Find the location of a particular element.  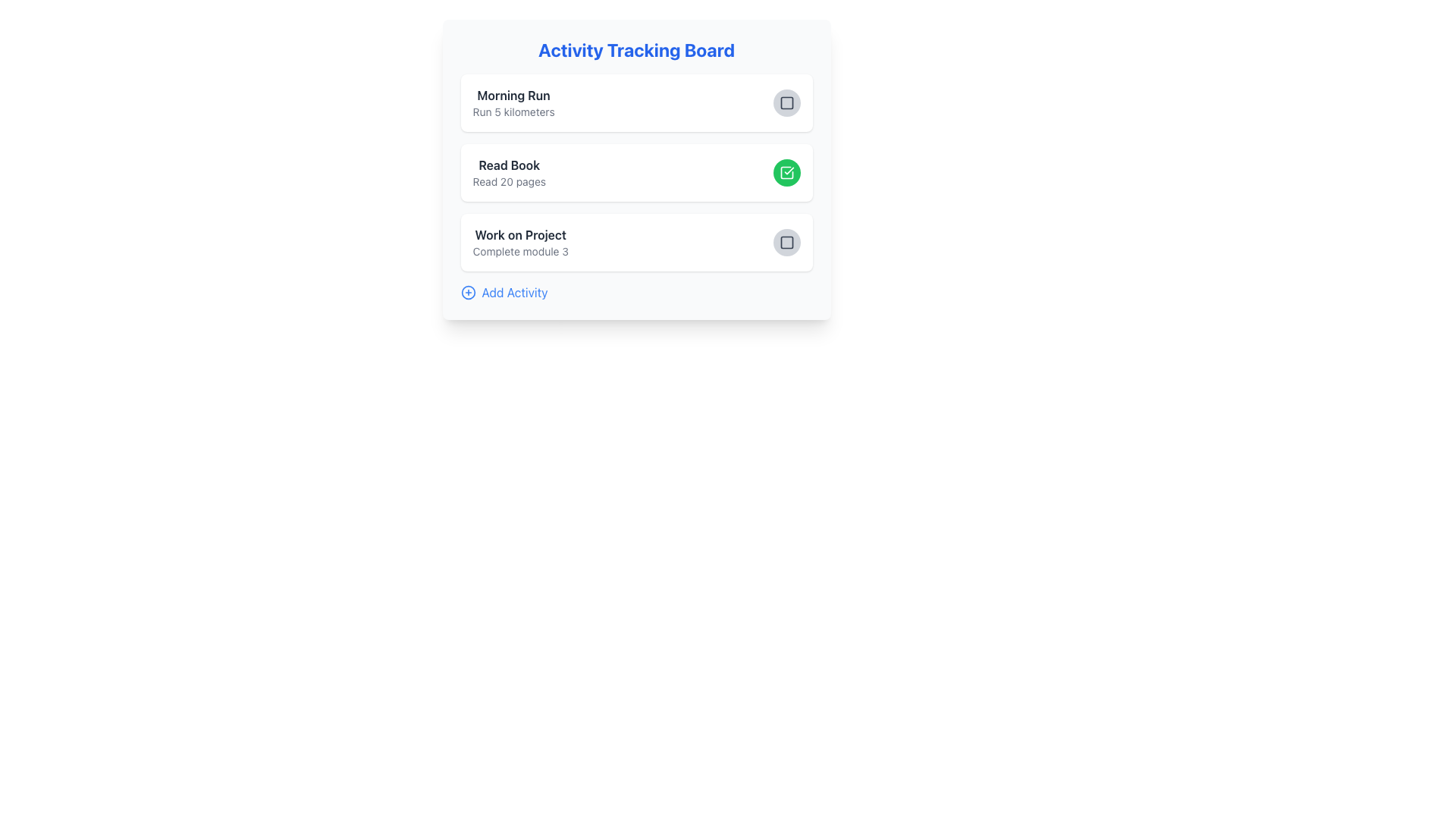

the checkbox boundary icon for the 'Read Book' activity, which is located in the second row and has a green circular background is located at coordinates (786, 171).